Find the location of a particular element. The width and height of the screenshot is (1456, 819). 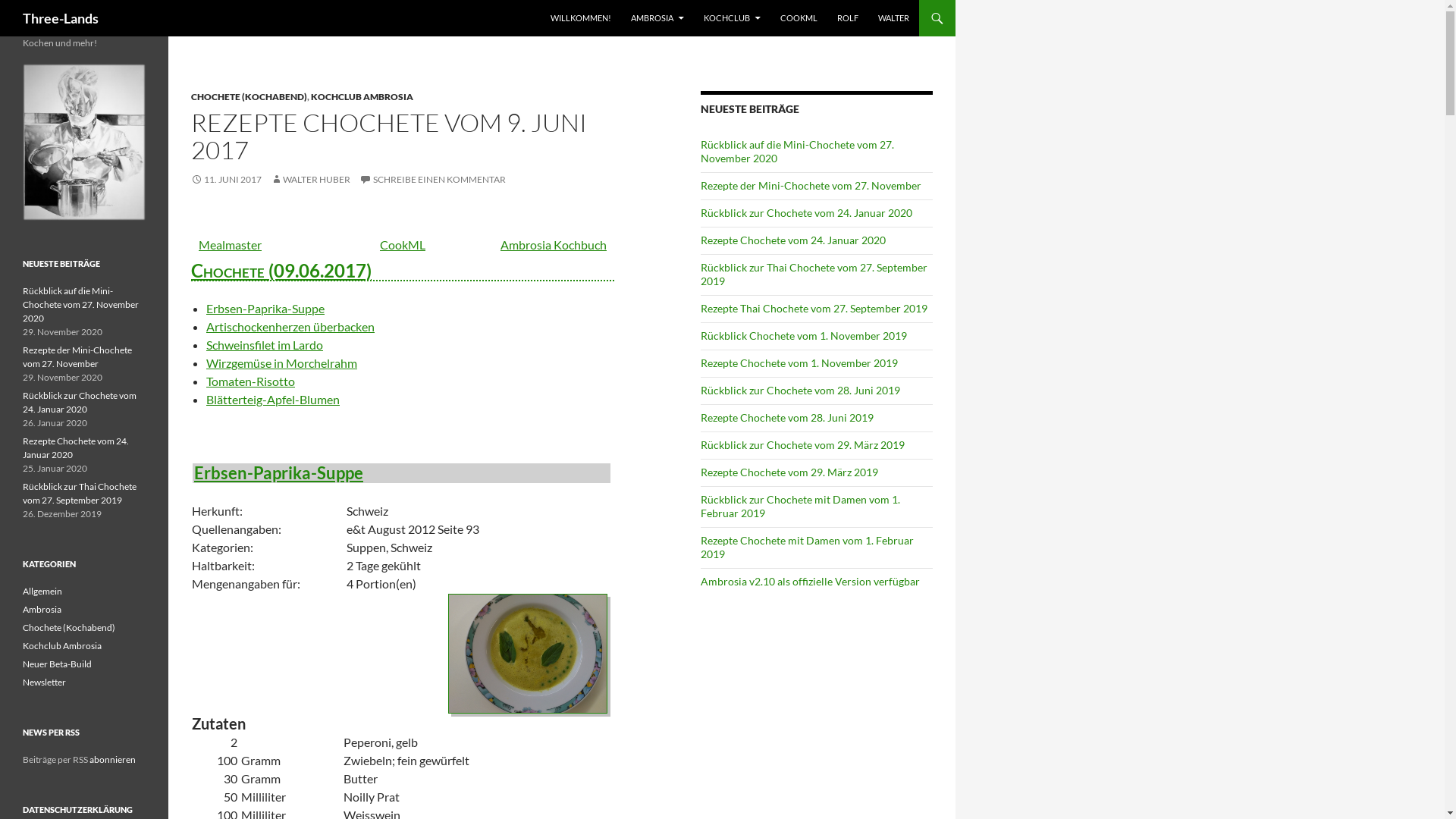

'Rezepte Chochete vom 28. Juni 2019' is located at coordinates (786, 417).